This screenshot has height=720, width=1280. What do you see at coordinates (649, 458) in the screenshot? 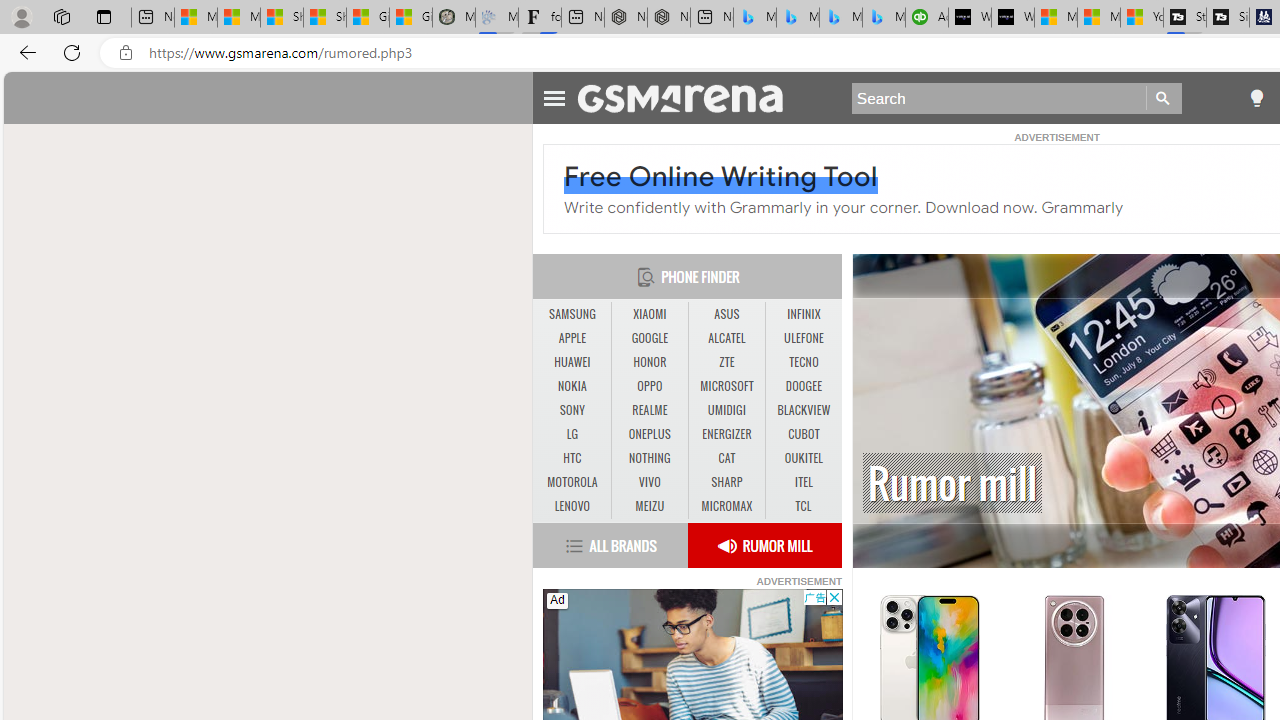
I see `'NOTHING'` at bounding box center [649, 458].